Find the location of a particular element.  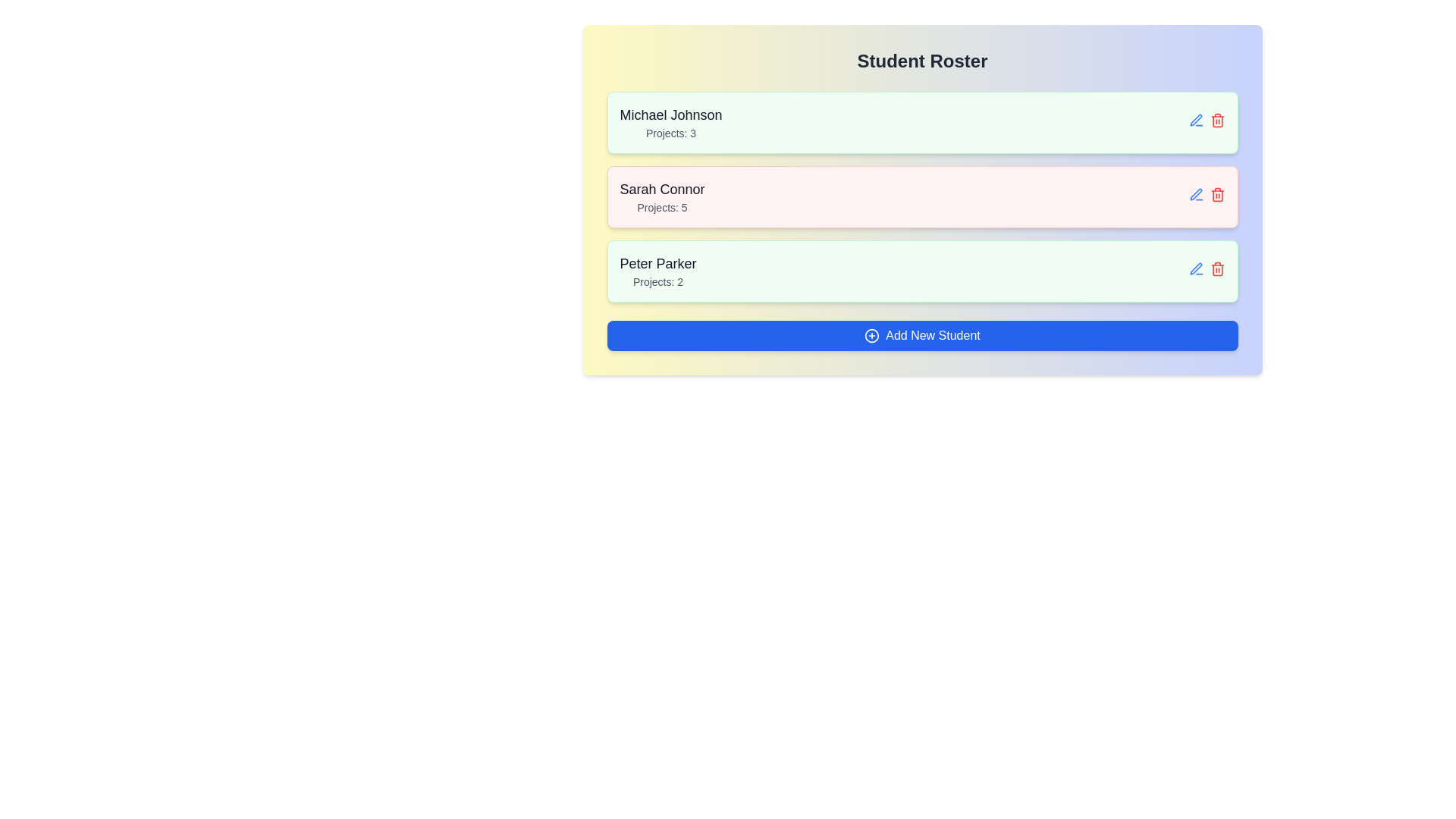

the 'Add New Student' button to initiate the process of adding a new student is located at coordinates (921, 335).